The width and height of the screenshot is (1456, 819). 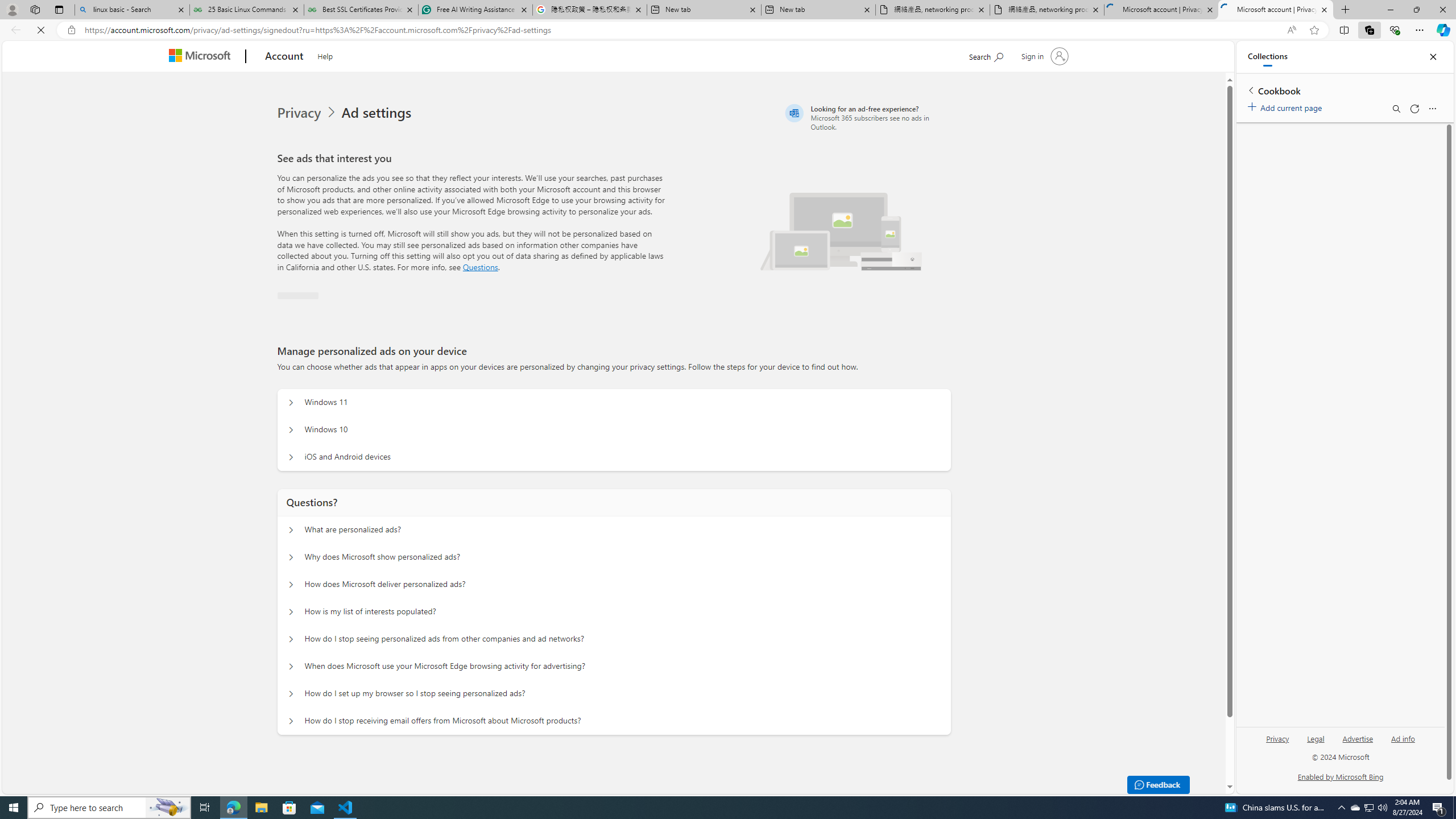 What do you see at coordinates (1287, 105) in the screenshot?
I see `'Add current page'` at bounding box center [1287, 105].